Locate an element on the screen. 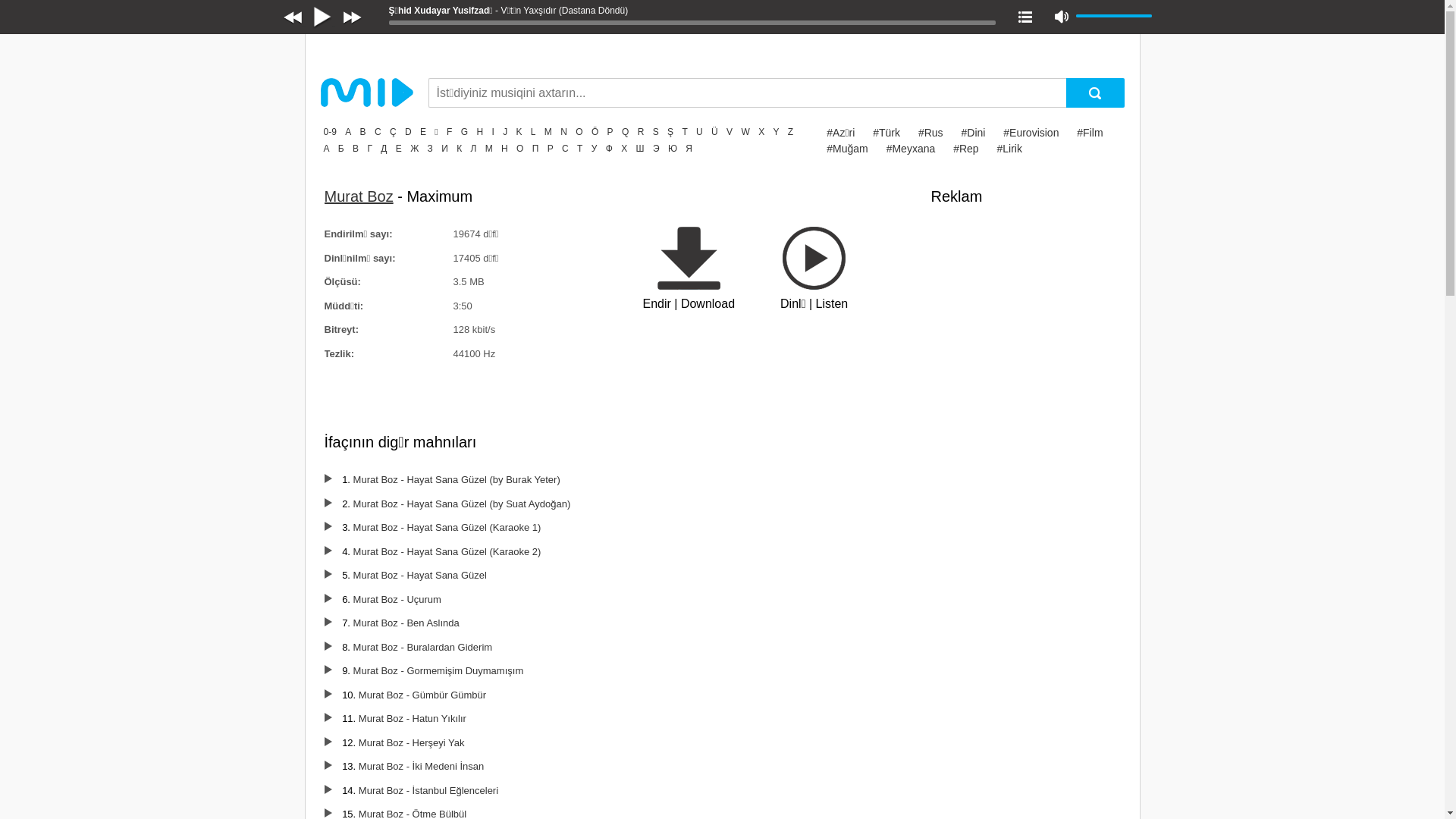 The width and height of the screenshot is (1456, 819). '#Meyxana' is located at coordinates (910, 149).